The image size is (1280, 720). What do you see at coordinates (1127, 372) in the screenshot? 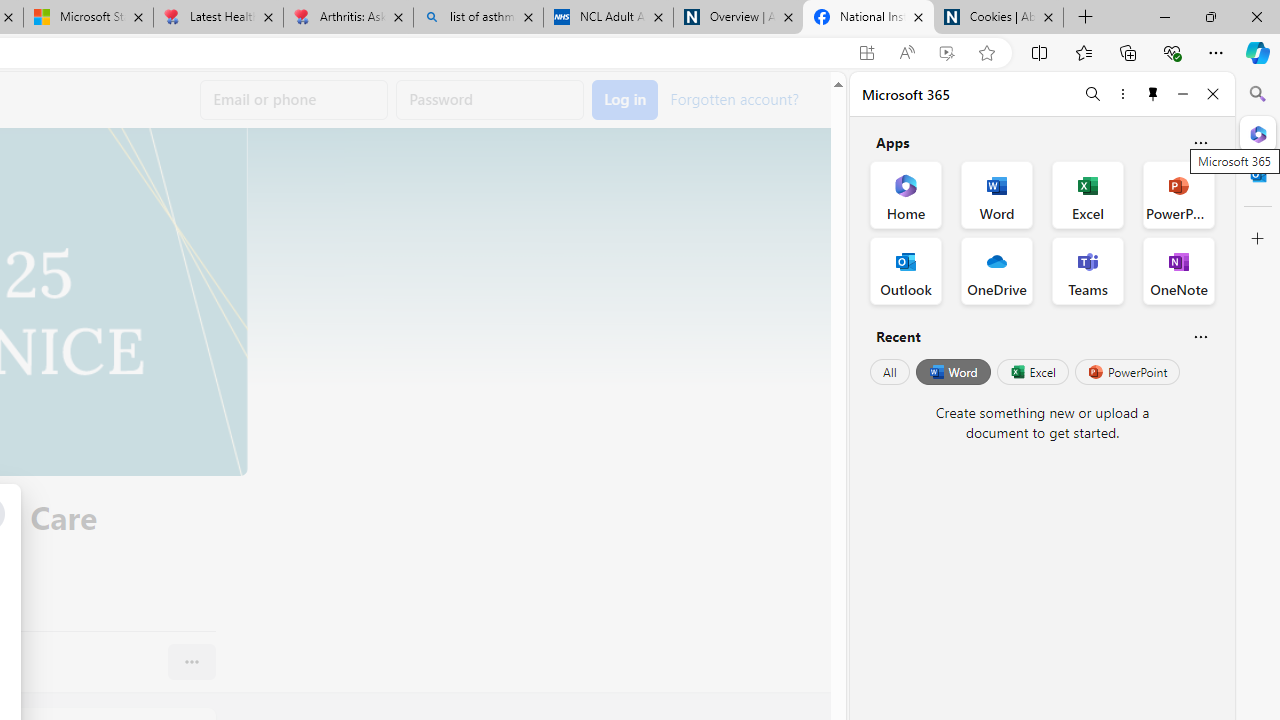
I see `'PowerPoint'` at bounding box center [1127, 372].